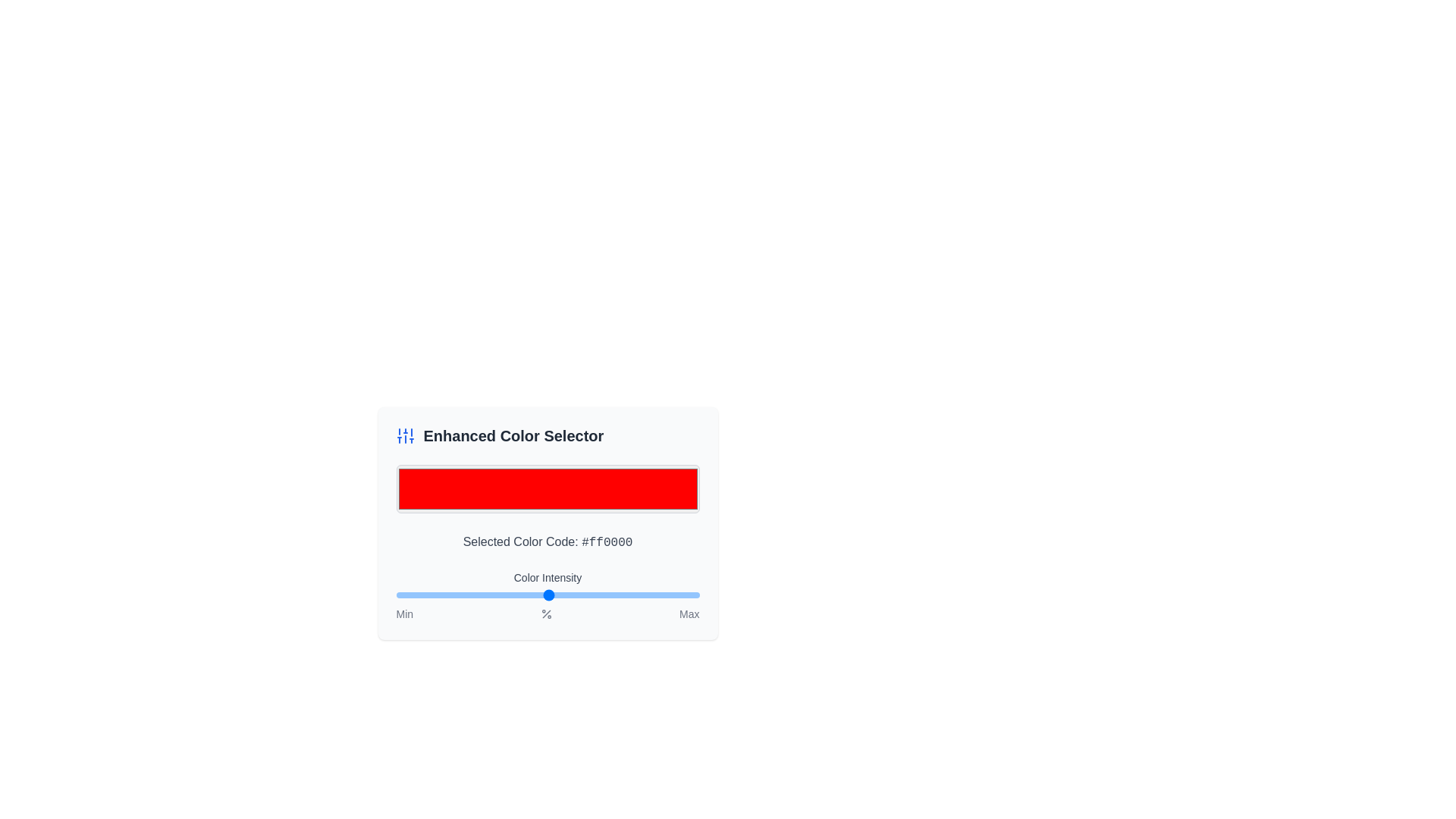 The image size is (1456, 819). What do you see at coordinates (607, 542) in the screenshot?
I see `the static text label displaying the currently selected color code '#ff0000', which is non-interactive and serves as an informational display` at bounding box center [607, 542].